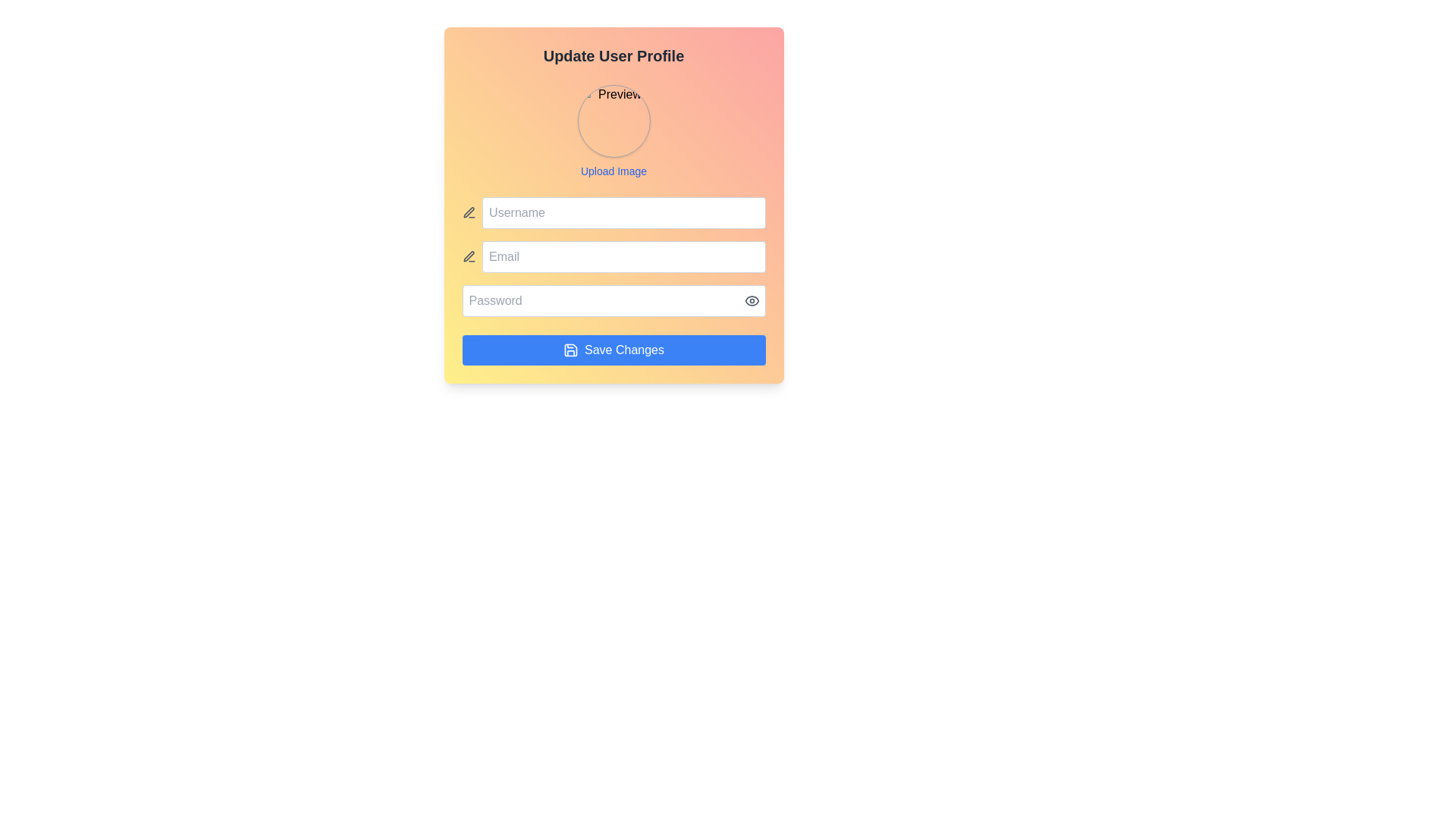 The width and height of the screenshot is (1456, 819). Describe the element at coordinates (468, 213) in the screenshot. I see `the first pen icon with an outlined gray design located to the far left of the username input box` at that location.